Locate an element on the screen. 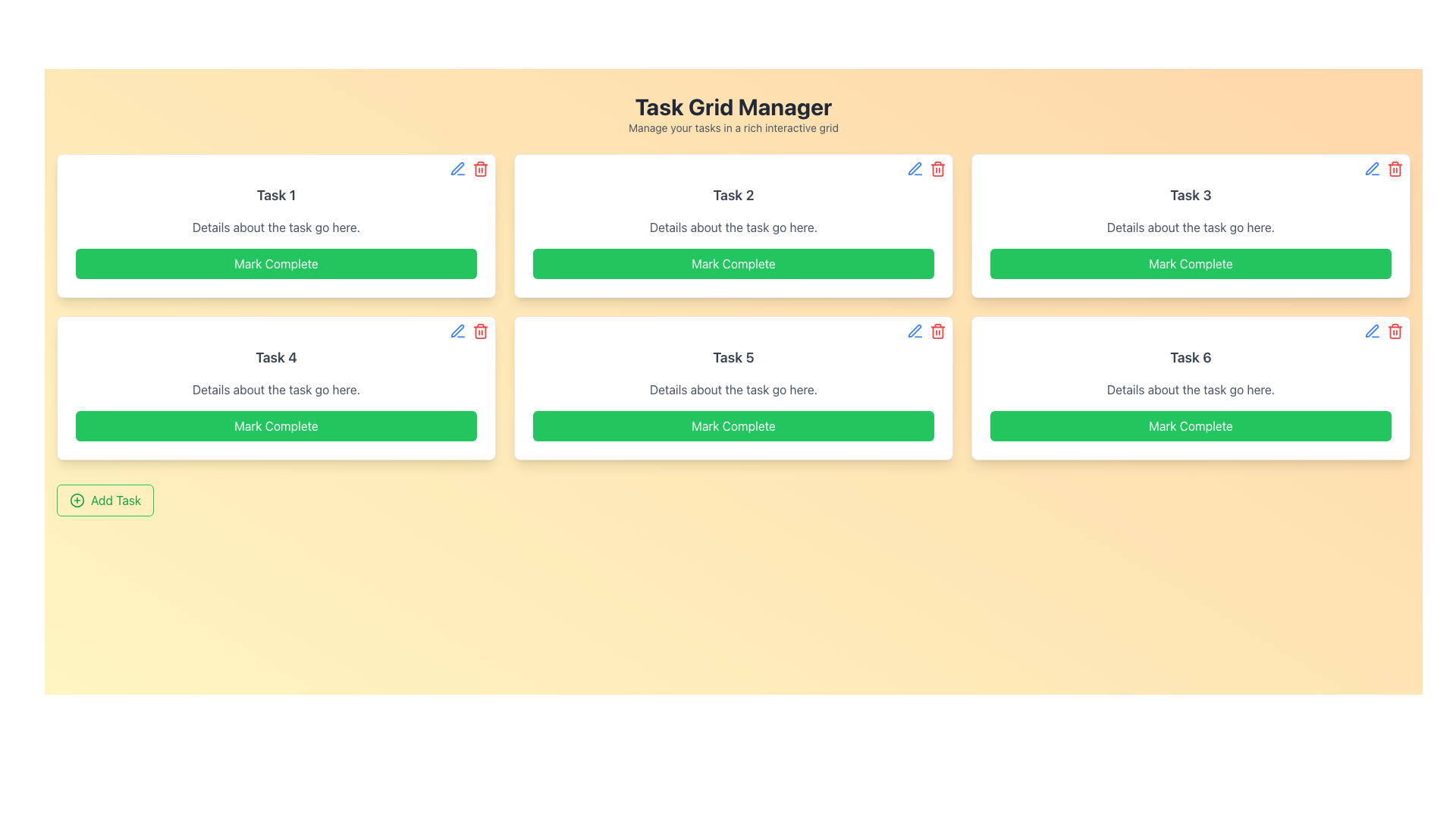 The width and height of the screenshot is (1456, 819). the blue pen icon button representing the edit function located at the top-right corner of the card labeled 'Task 6' is located at coordinates (1372, 330).